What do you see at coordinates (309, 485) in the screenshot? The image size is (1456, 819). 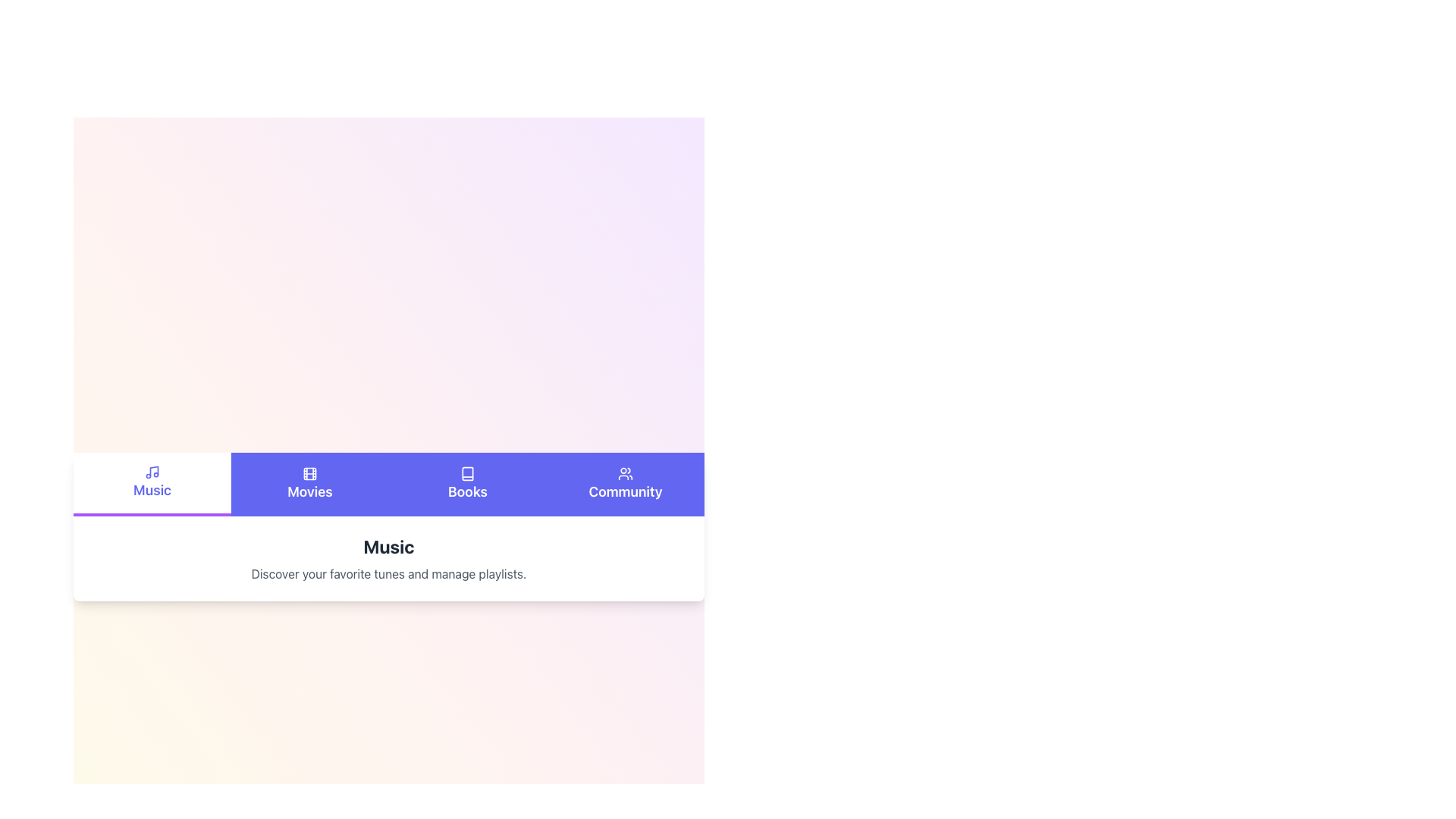 I see `the 'Movies' button, which is a rectangular button with a purple background and white text, displaying an icon of a film strip above the text, located in the horizontal navigation bar` at bounding box center [309, 485].